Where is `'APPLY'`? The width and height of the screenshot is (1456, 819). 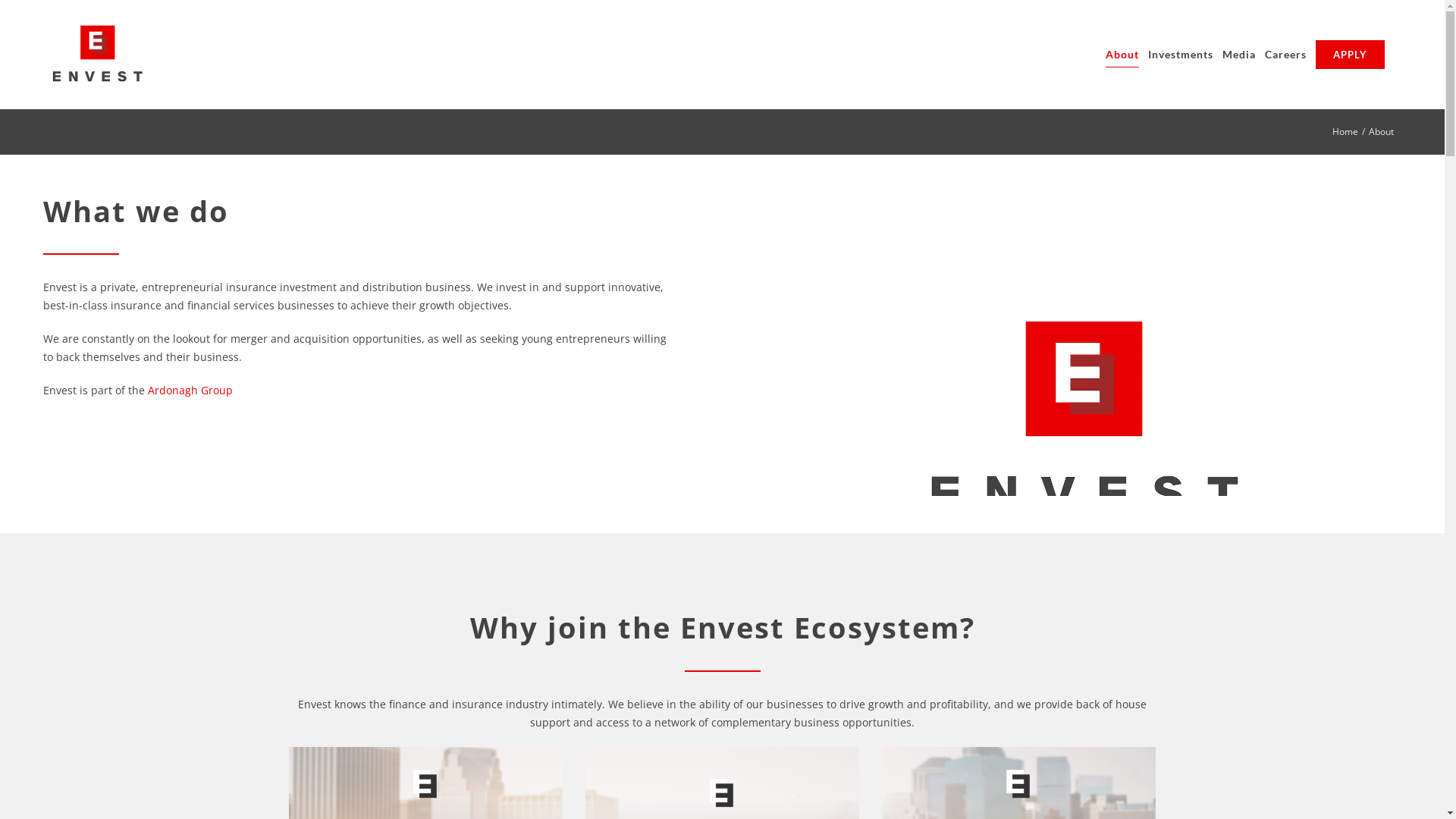
'APPLY' is located at coordinates (1350, 54).